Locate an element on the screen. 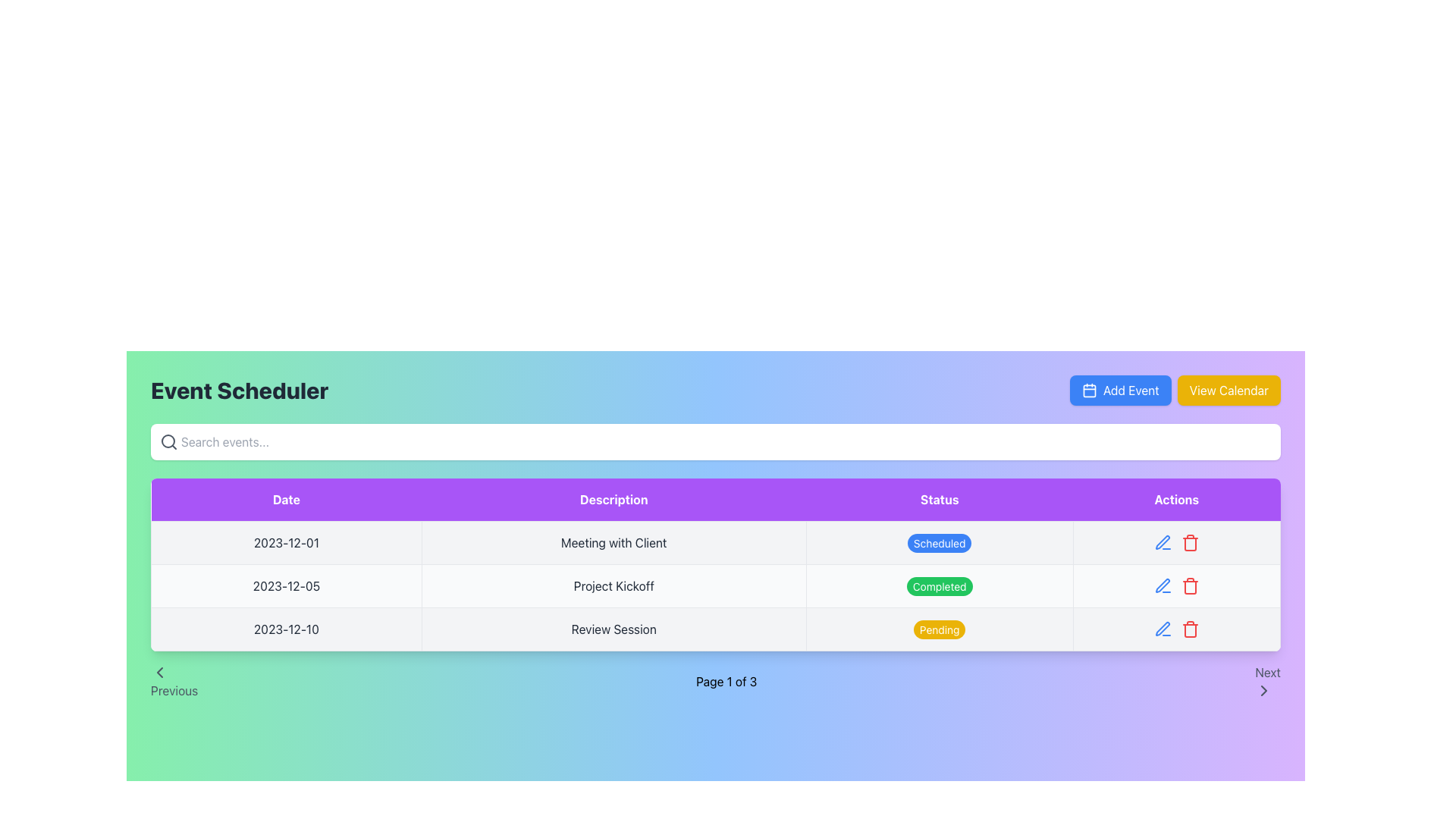 This screenshot has height=819, width=1456. the button for adding a new event, located in the upper-right section of the interface, to the left of the 'View Calendar' button is located at coordinates (1120, 390).